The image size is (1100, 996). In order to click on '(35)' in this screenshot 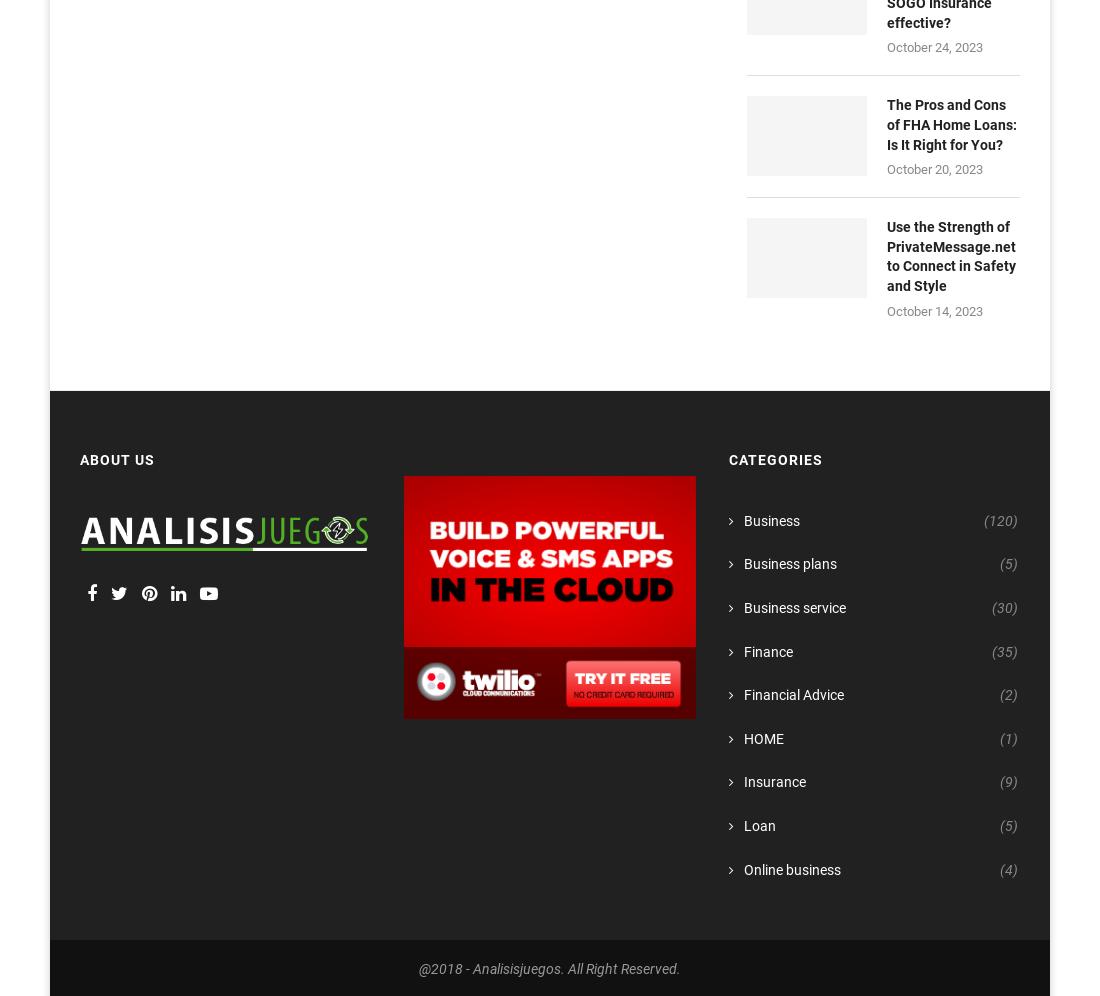, I will do `click(1002, 649)`.